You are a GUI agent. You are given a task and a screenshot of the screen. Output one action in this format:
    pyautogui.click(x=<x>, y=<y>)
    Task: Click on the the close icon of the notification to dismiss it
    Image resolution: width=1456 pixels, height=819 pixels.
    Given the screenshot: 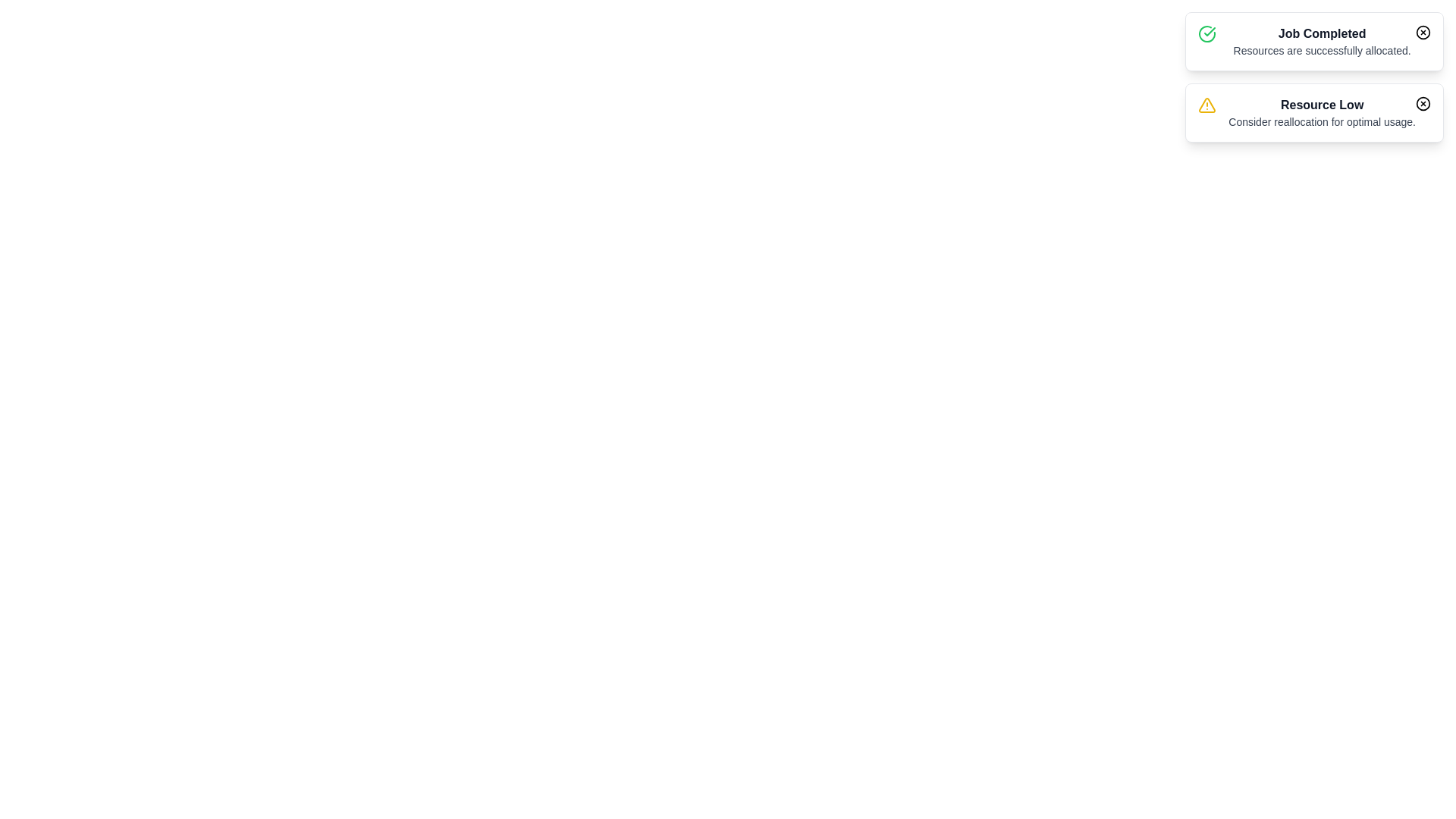 What is the action you would take?
    pyautogui.click(x=1422, y=32)
    